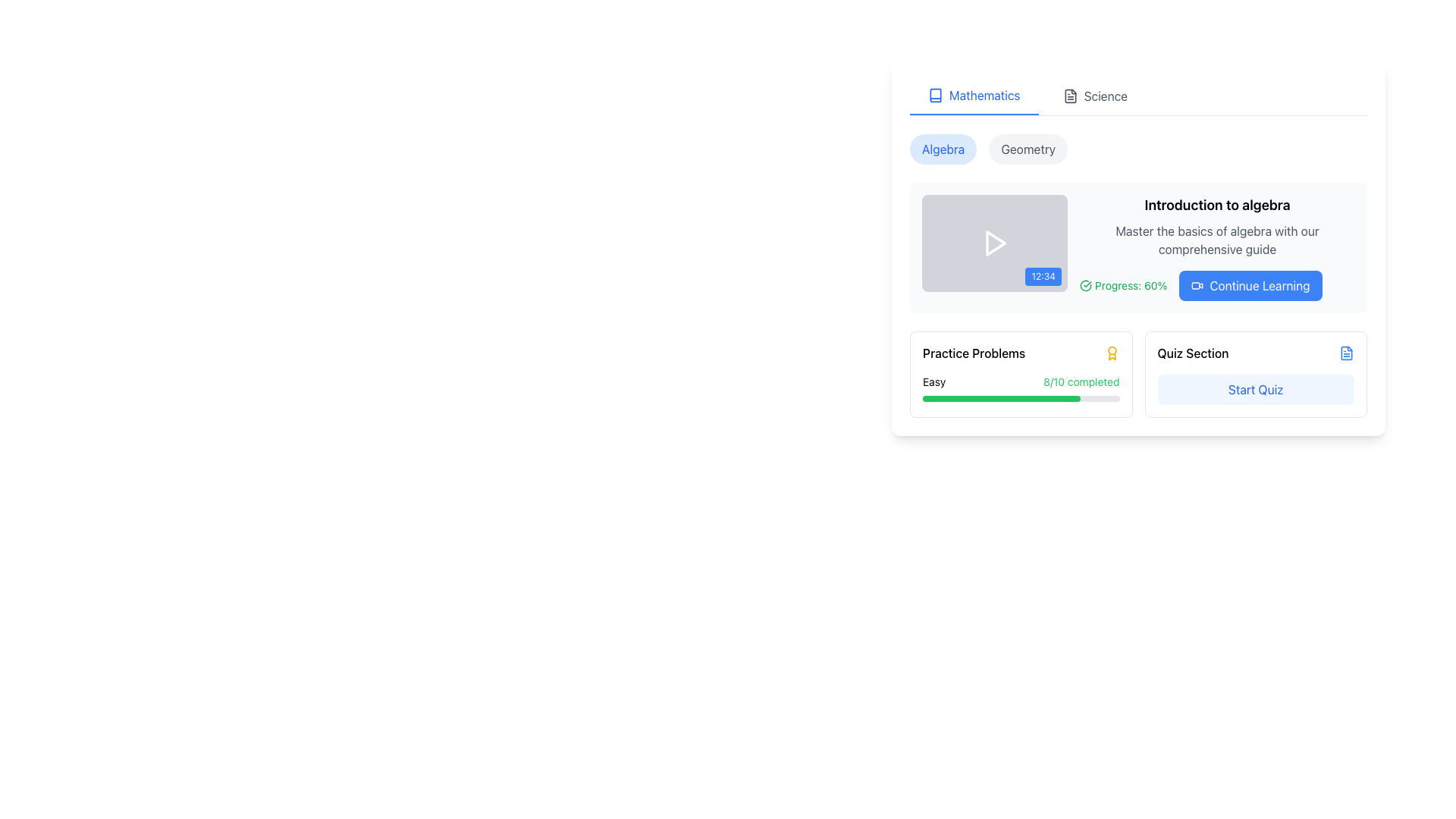 The width and height of the screenshot is (1456, 819). I want to click on the progress indicator of the content card that has a white background, rounded corners, and a shadow effect, located within the educational materials panel, so click(1138, 246).